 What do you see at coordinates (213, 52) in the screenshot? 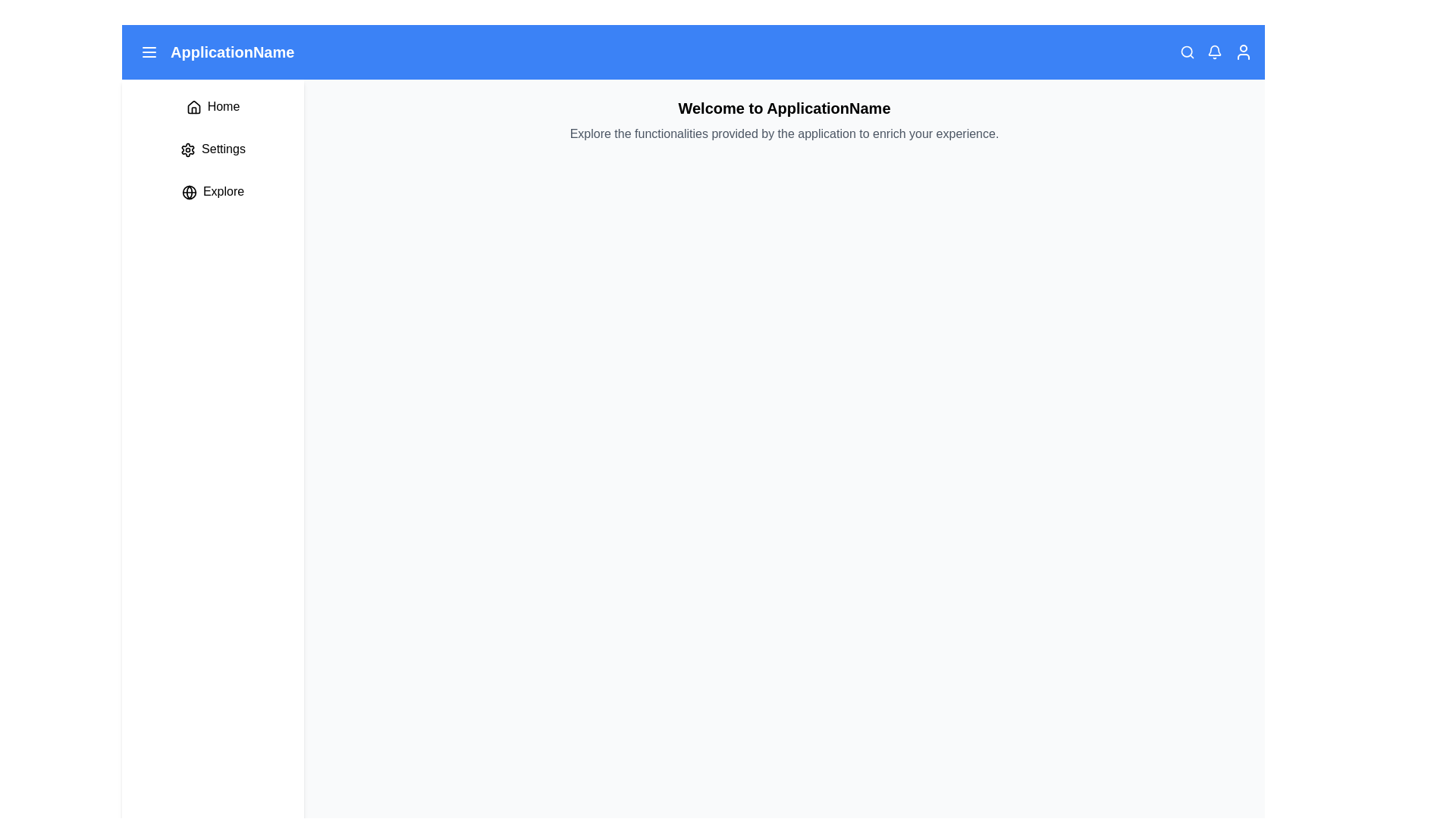
I see `the Static Text element labeled 'ApplicationName' in the top blue navigation bar, located to the right of the menu icon` at bounding box center [213, 52].